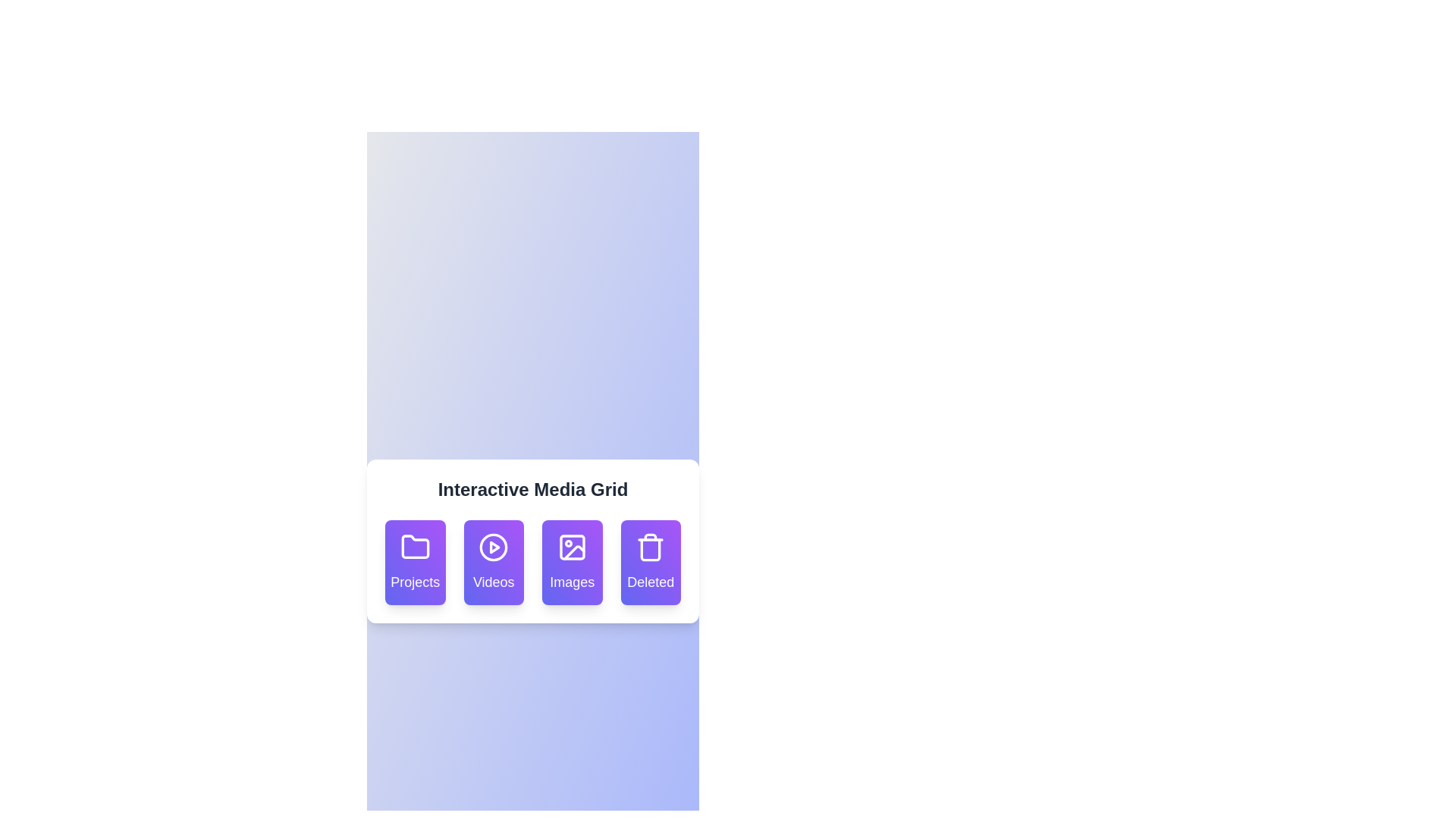  What do you see at coordinates (571, 581) in the screenshot?
I see `text 'Images' from the label located at the bottom of the purple button in the Interactive Media Grid card layout` at bounding box center [571, 581].